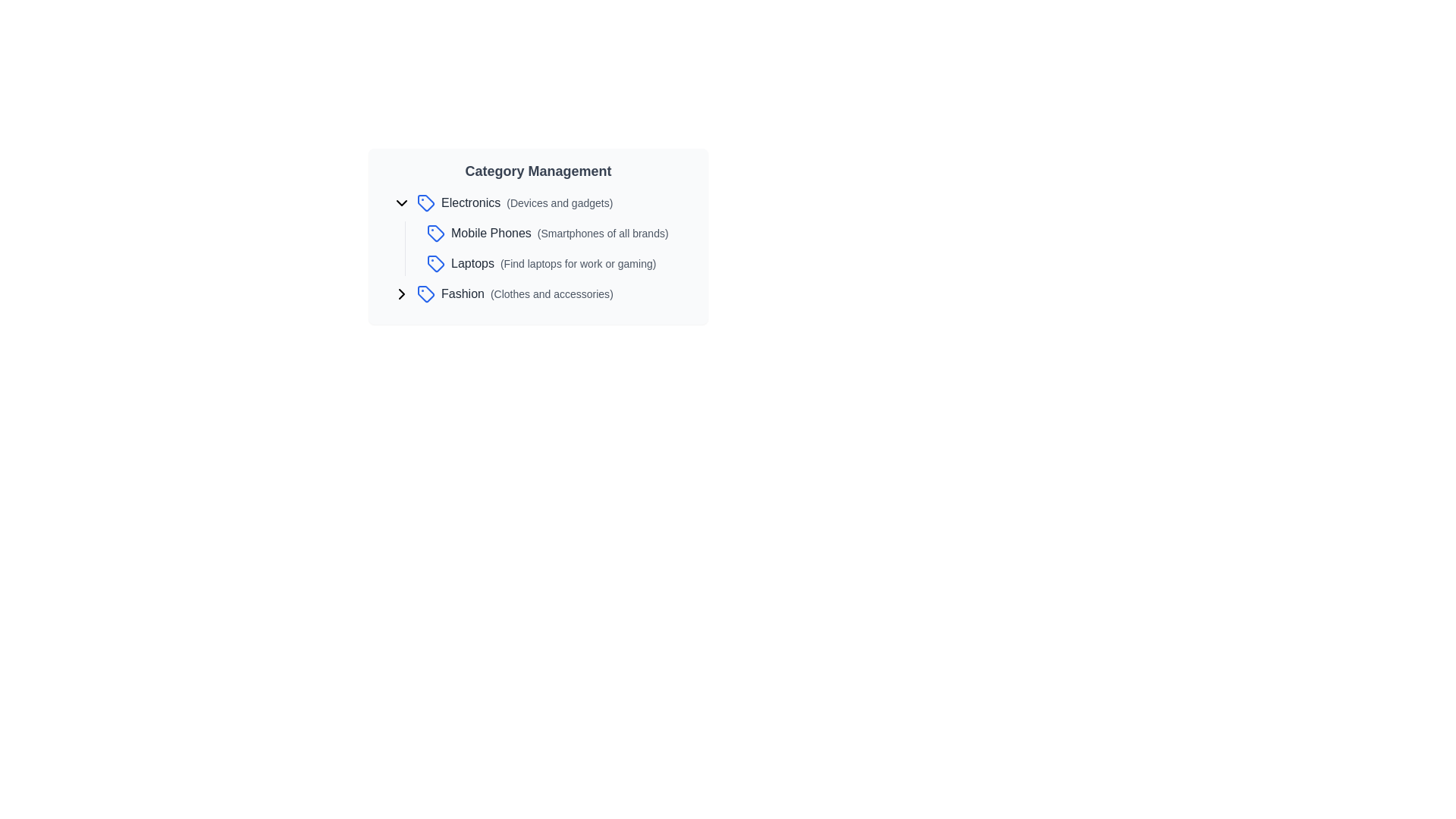 The height and width of the screenshot is (819, 1456). I want to click on the static text label for 'Electronics', which is the first entry under the 'Category Management' header, to gather context about the category, so click(470, 202).